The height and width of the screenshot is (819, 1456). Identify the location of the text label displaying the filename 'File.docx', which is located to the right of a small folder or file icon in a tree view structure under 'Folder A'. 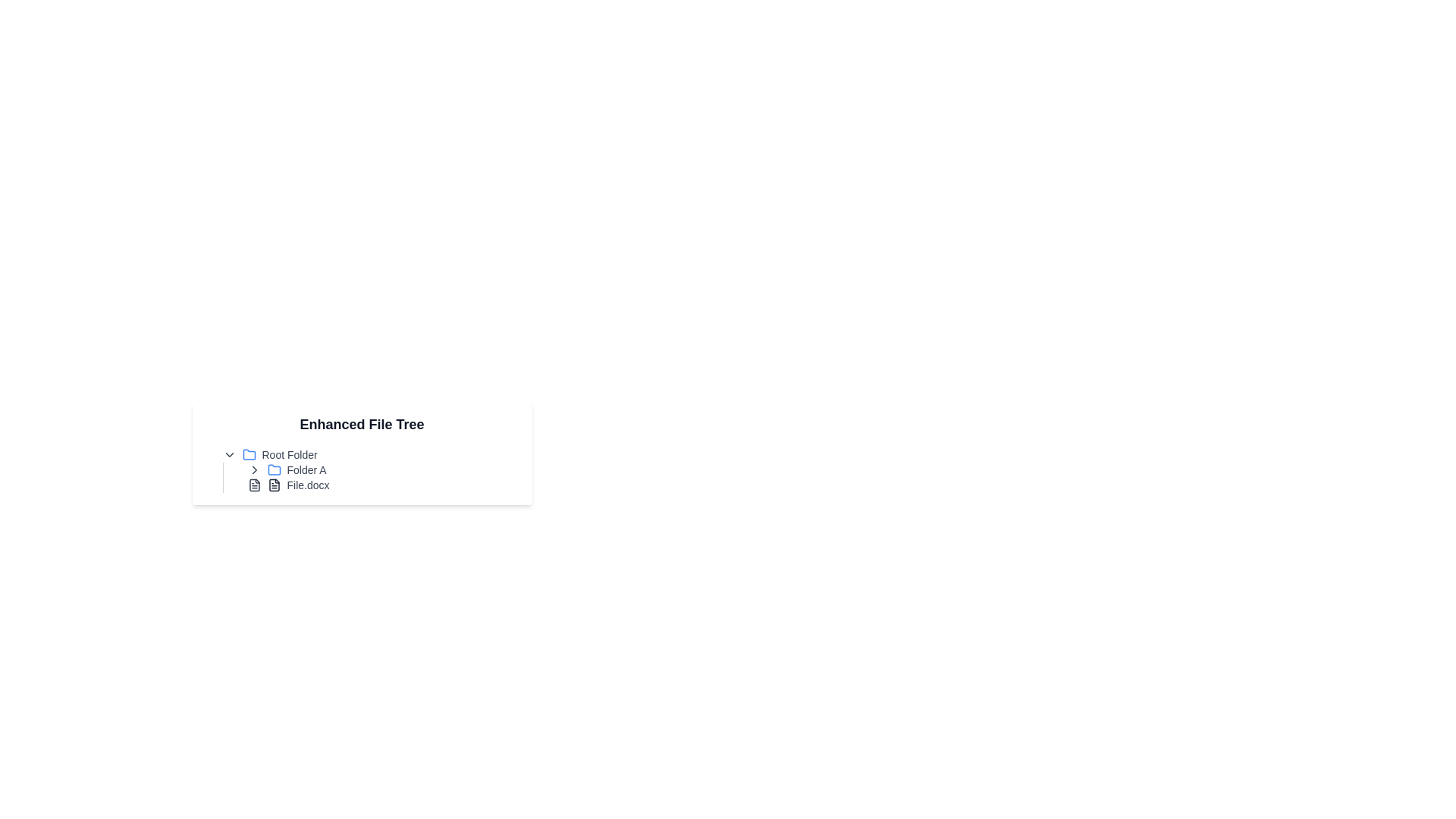
(307, 485).